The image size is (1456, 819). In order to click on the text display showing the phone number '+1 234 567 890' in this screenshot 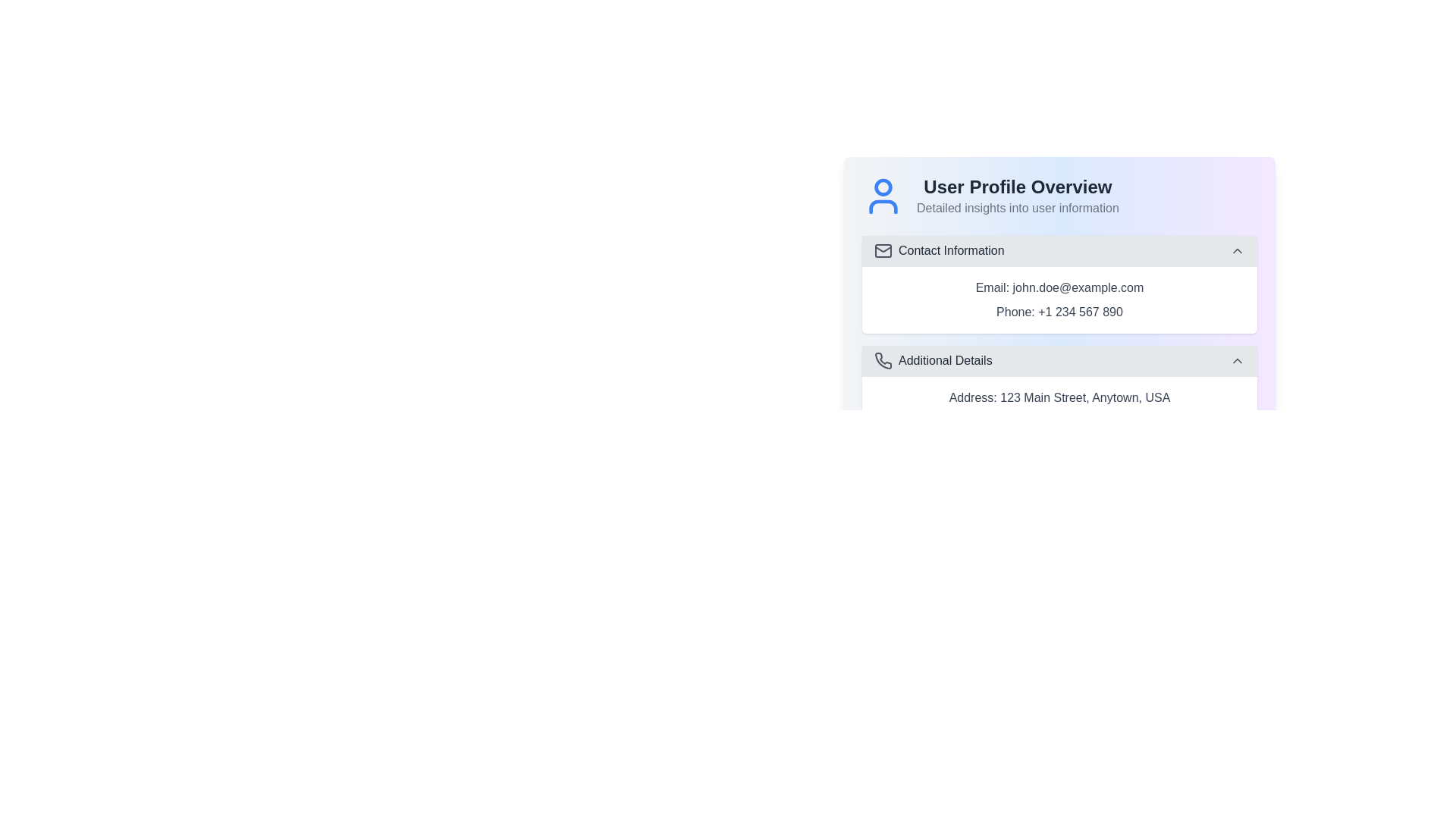, I will do `click(1059, 312)`.